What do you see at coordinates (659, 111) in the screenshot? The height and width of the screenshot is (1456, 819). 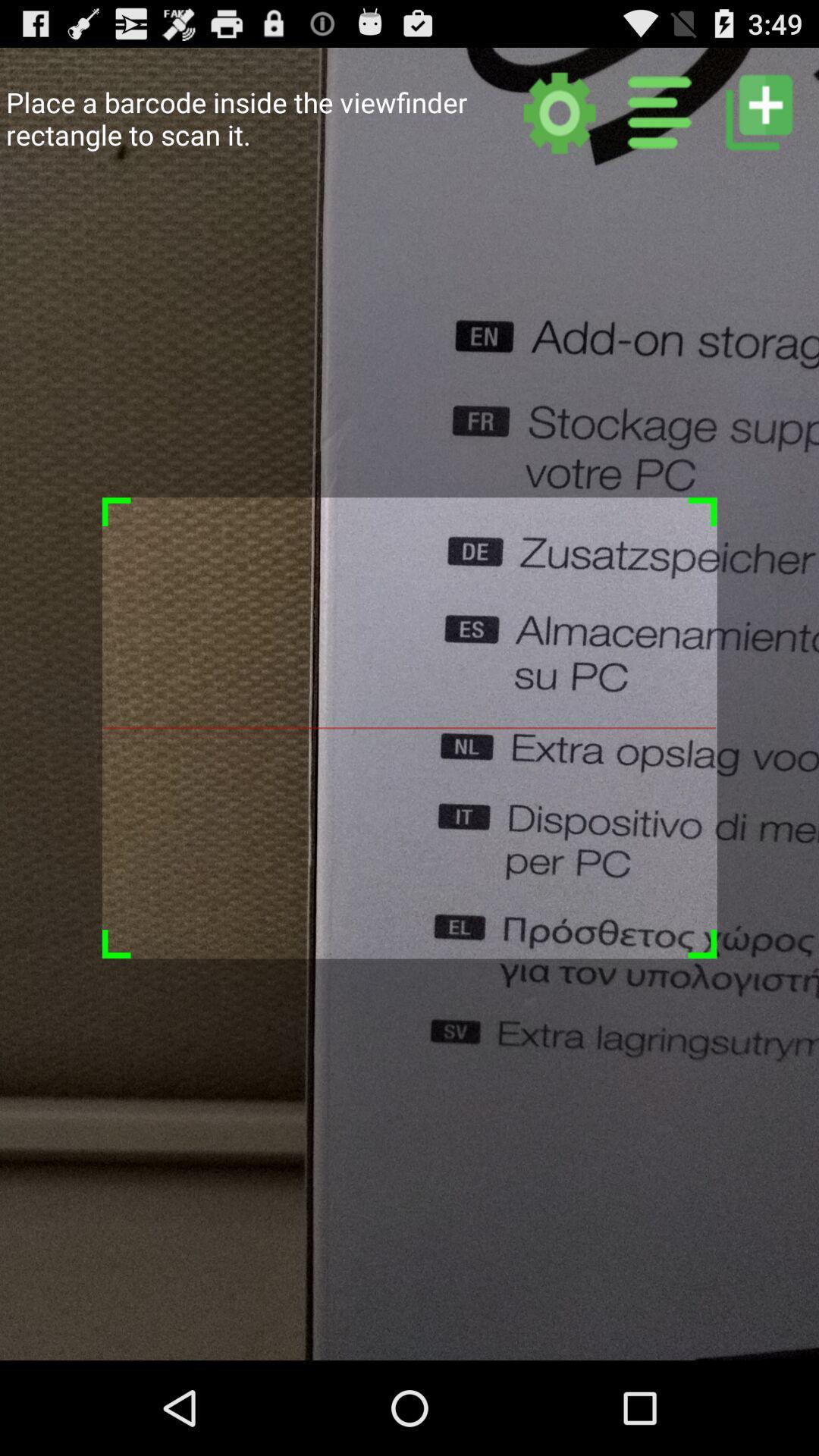 I see `other categories` at bounding box center [659, 111].